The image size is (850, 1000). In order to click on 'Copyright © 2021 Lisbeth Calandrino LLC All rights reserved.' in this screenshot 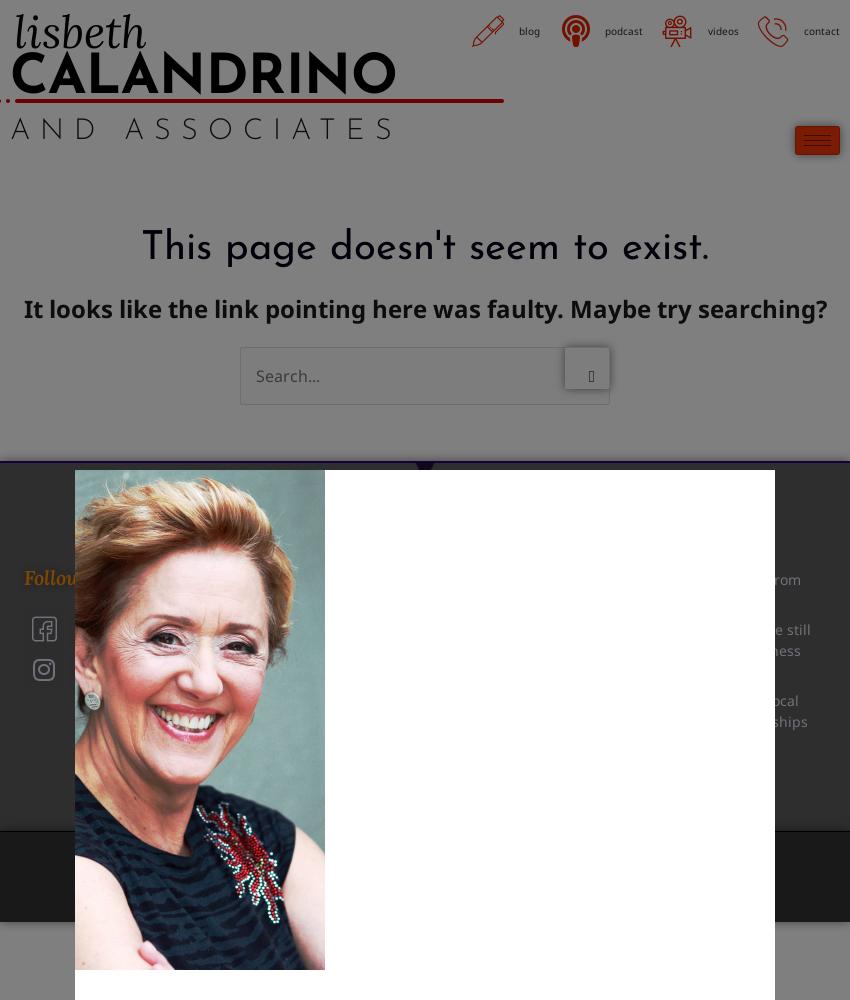, I will do `click(244, 862)`.